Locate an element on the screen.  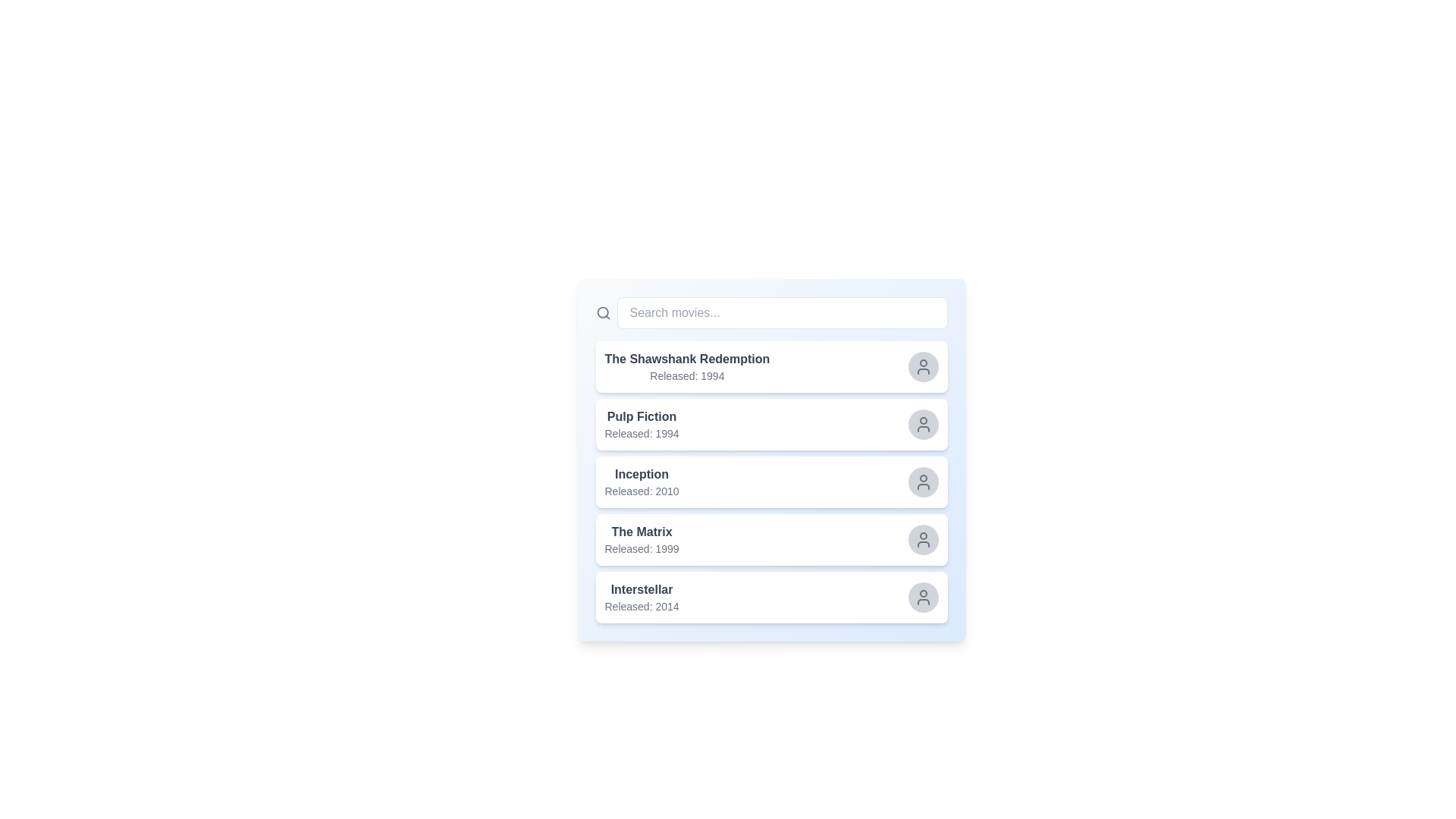
the text label that displays 'Released: 1999', located below the title 'The Matrix' in the fourth item of a vertical list of movies is located at coordinates (642, 549).